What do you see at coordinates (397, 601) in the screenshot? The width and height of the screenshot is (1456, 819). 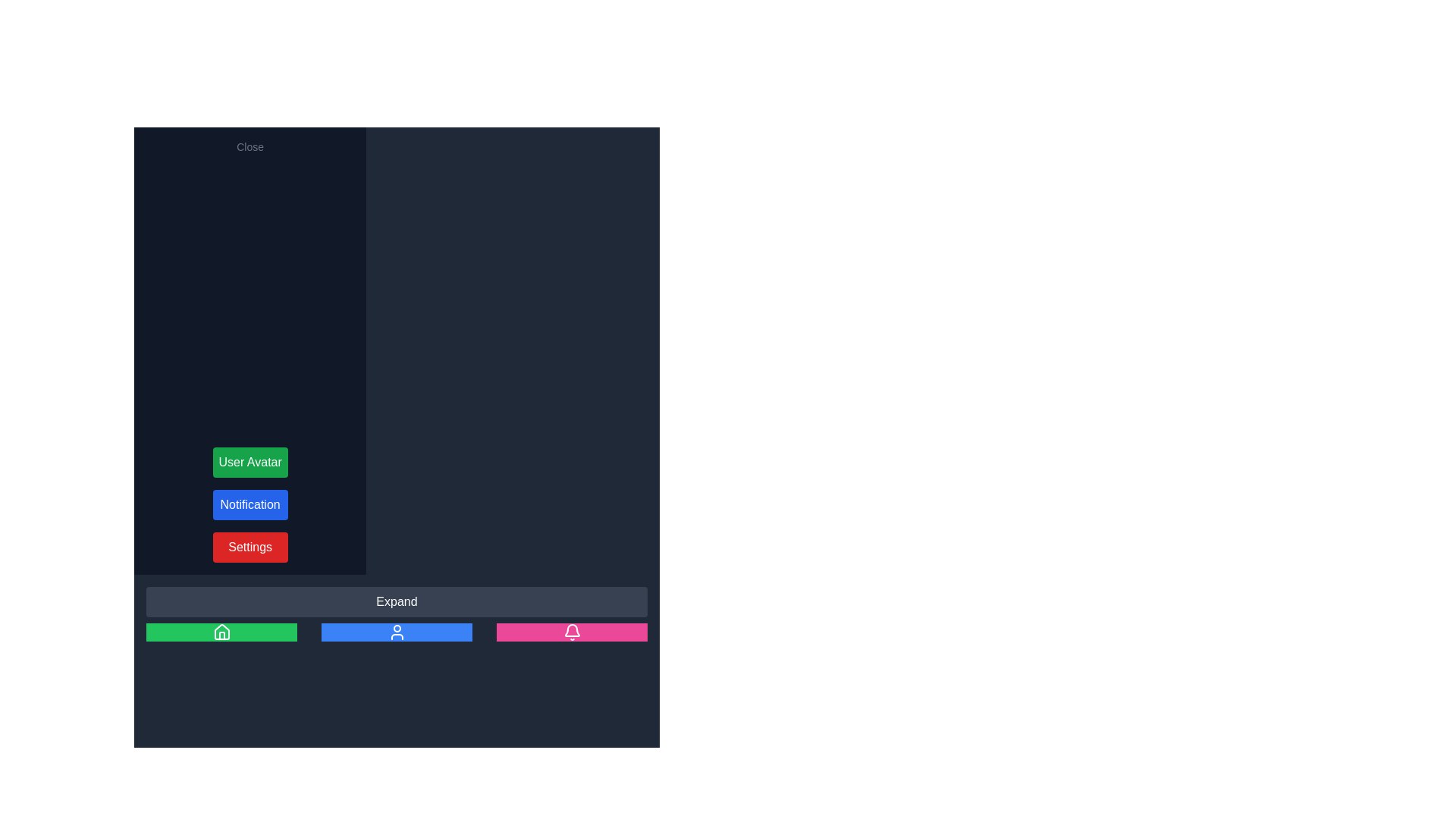 I see `the 'Expand' button, which has a dark gray background and rounded corners, located at the top-center of the navigation elements in the sidebar` at bounding box center [397, 601].